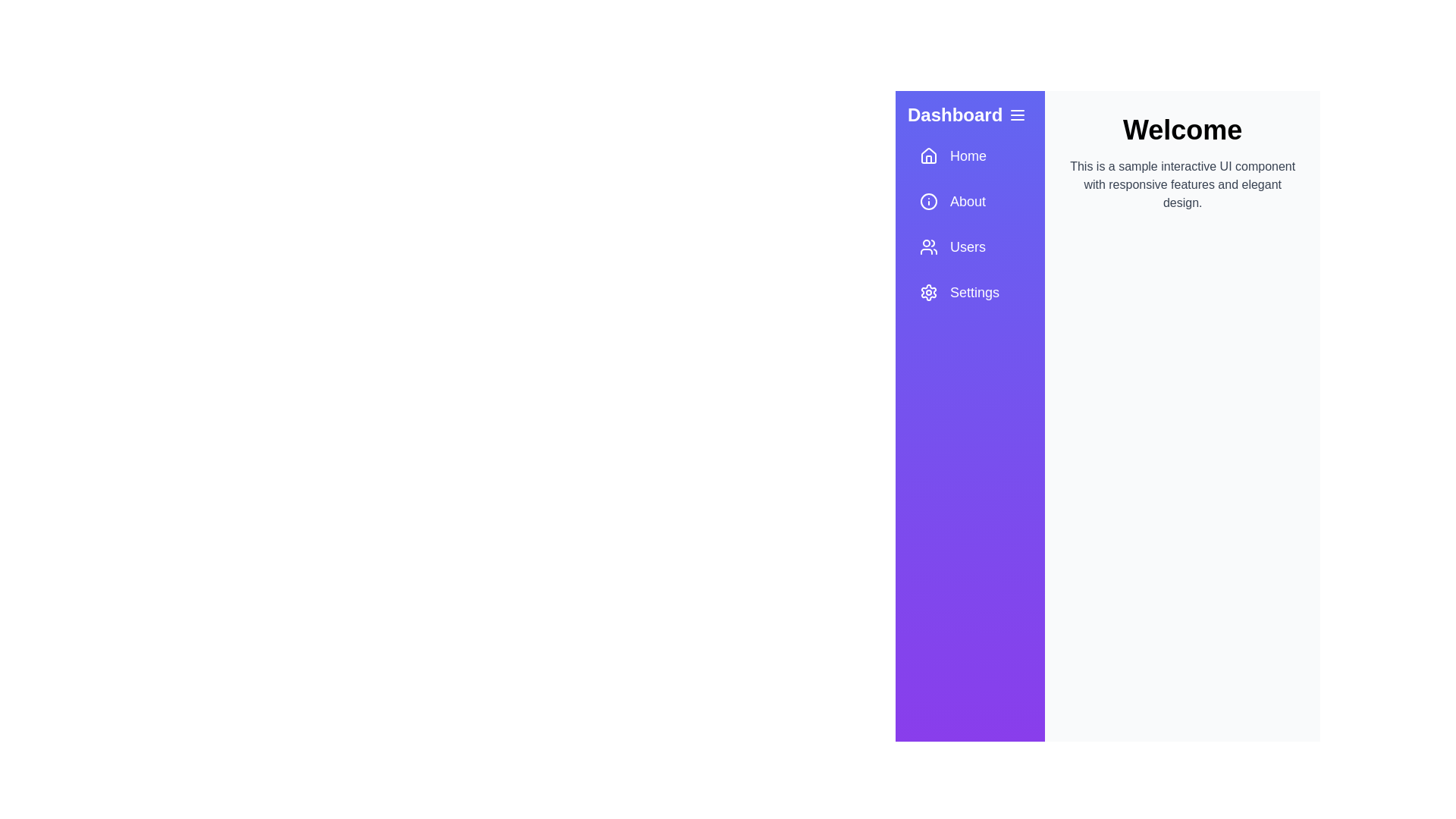 The width and height of the screenshot is (1456, 819). What do you see at coordinates (969, 292) in the screenshot?
I see `the navigation item Settings to trigger its action` at bounding box center [969, 292].